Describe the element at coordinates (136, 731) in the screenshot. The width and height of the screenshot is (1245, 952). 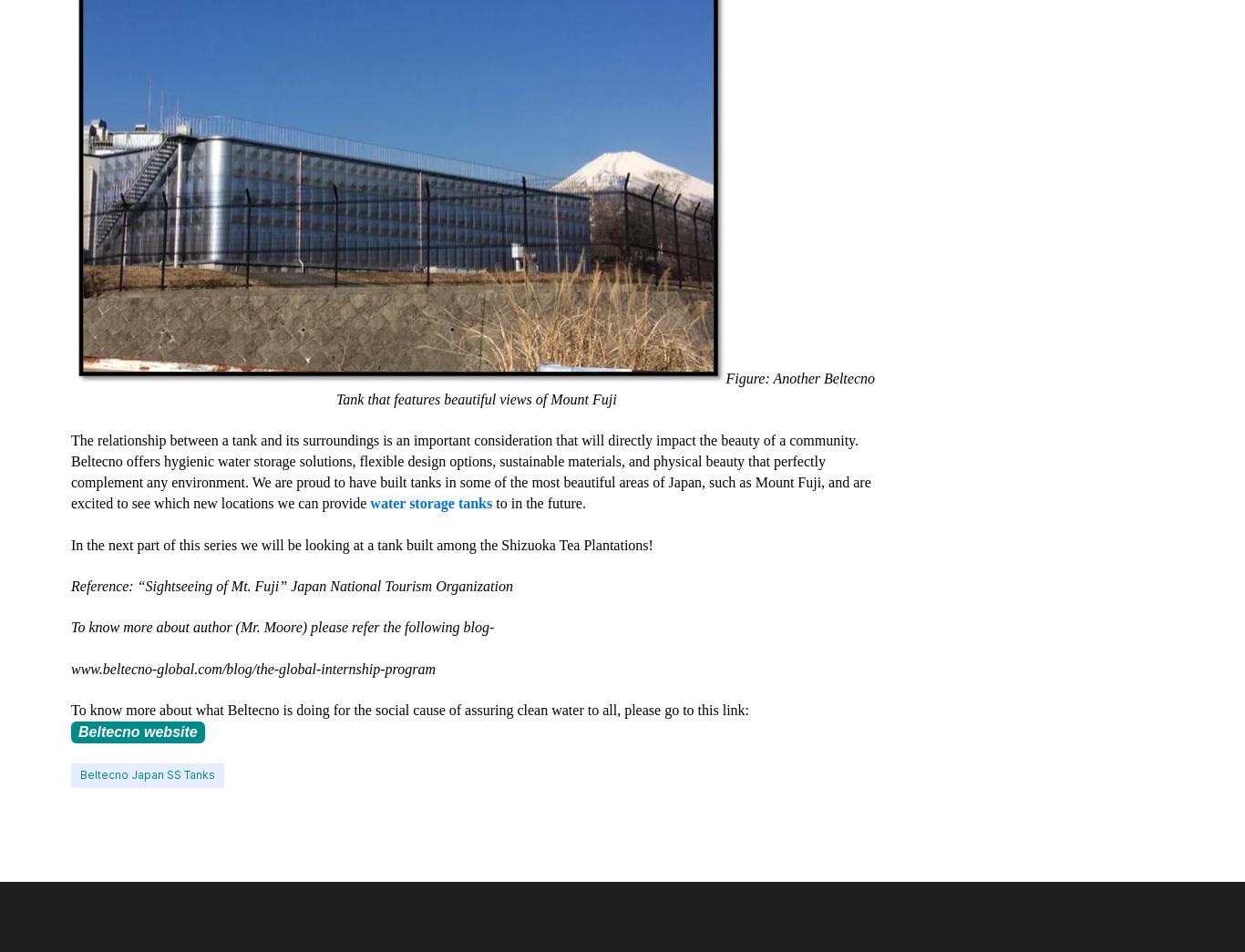
I see `'Beltecno website'` at that location.